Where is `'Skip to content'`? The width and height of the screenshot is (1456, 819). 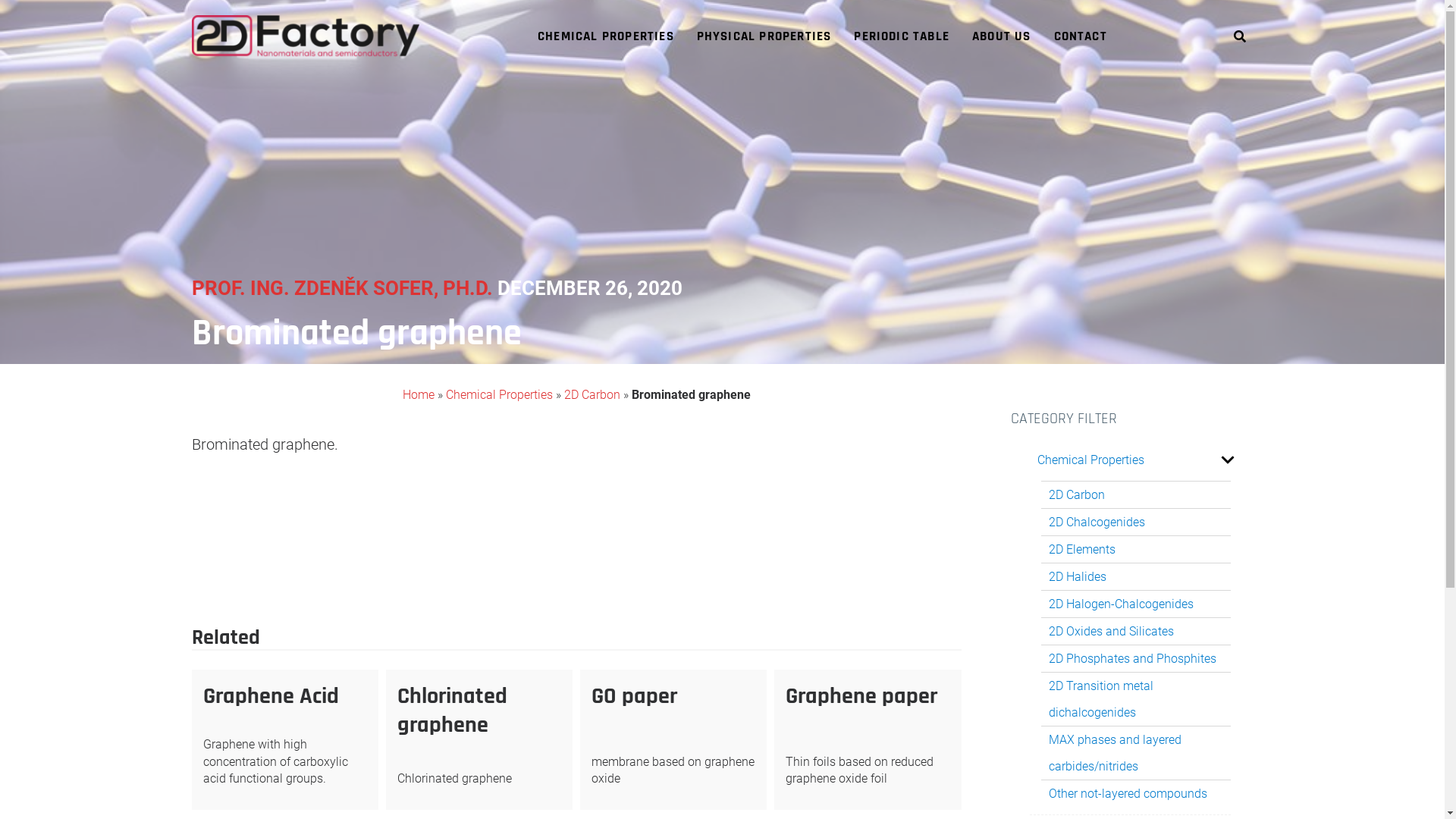
'Skip to content' is located at coordinates (0, 0).